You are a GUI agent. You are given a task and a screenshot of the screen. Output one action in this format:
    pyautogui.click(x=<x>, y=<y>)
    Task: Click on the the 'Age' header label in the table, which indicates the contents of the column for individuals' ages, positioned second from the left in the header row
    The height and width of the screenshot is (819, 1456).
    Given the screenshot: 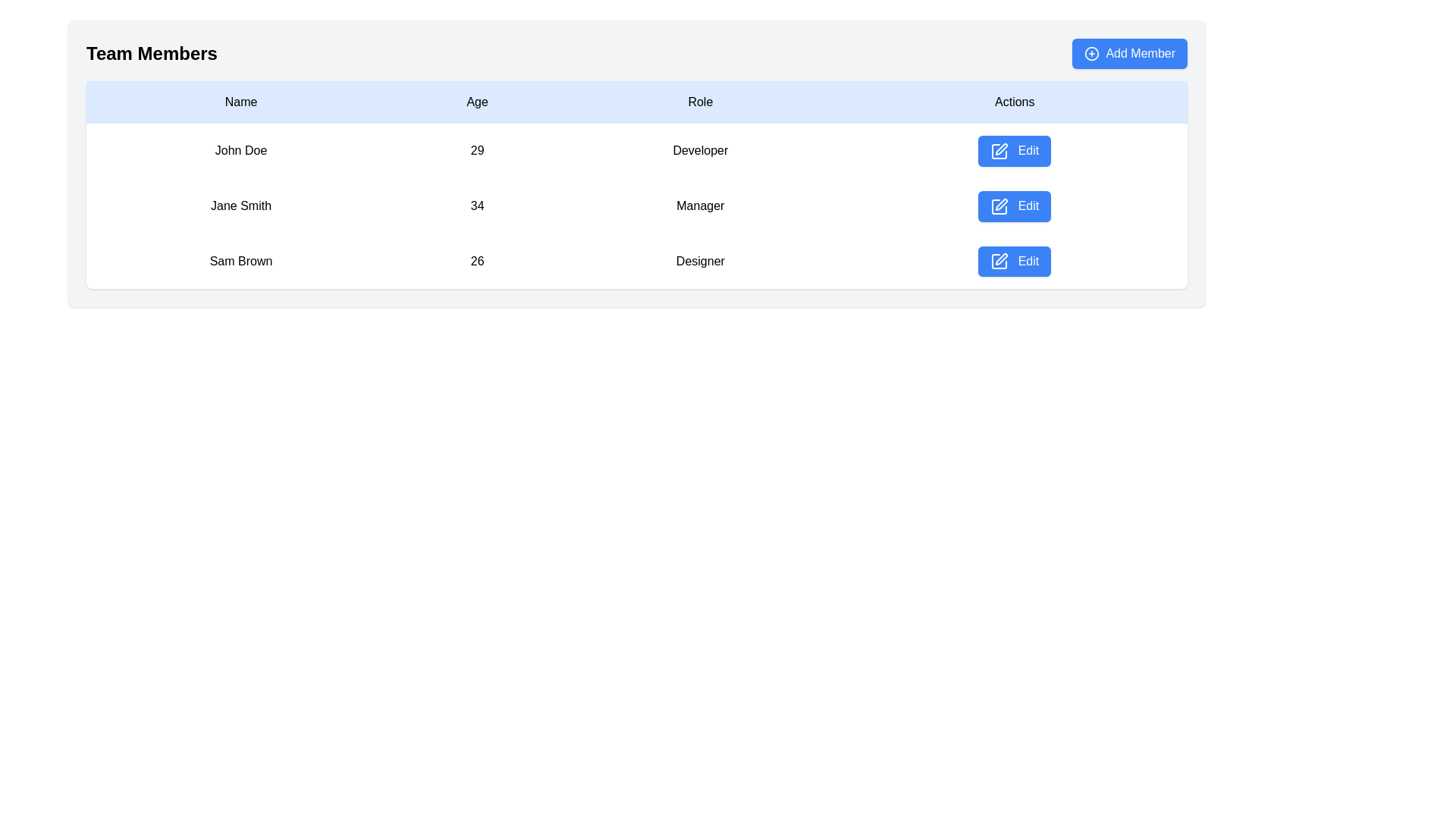 What is the action you would take?
    pyautogui.click(x=476, y=102)
    